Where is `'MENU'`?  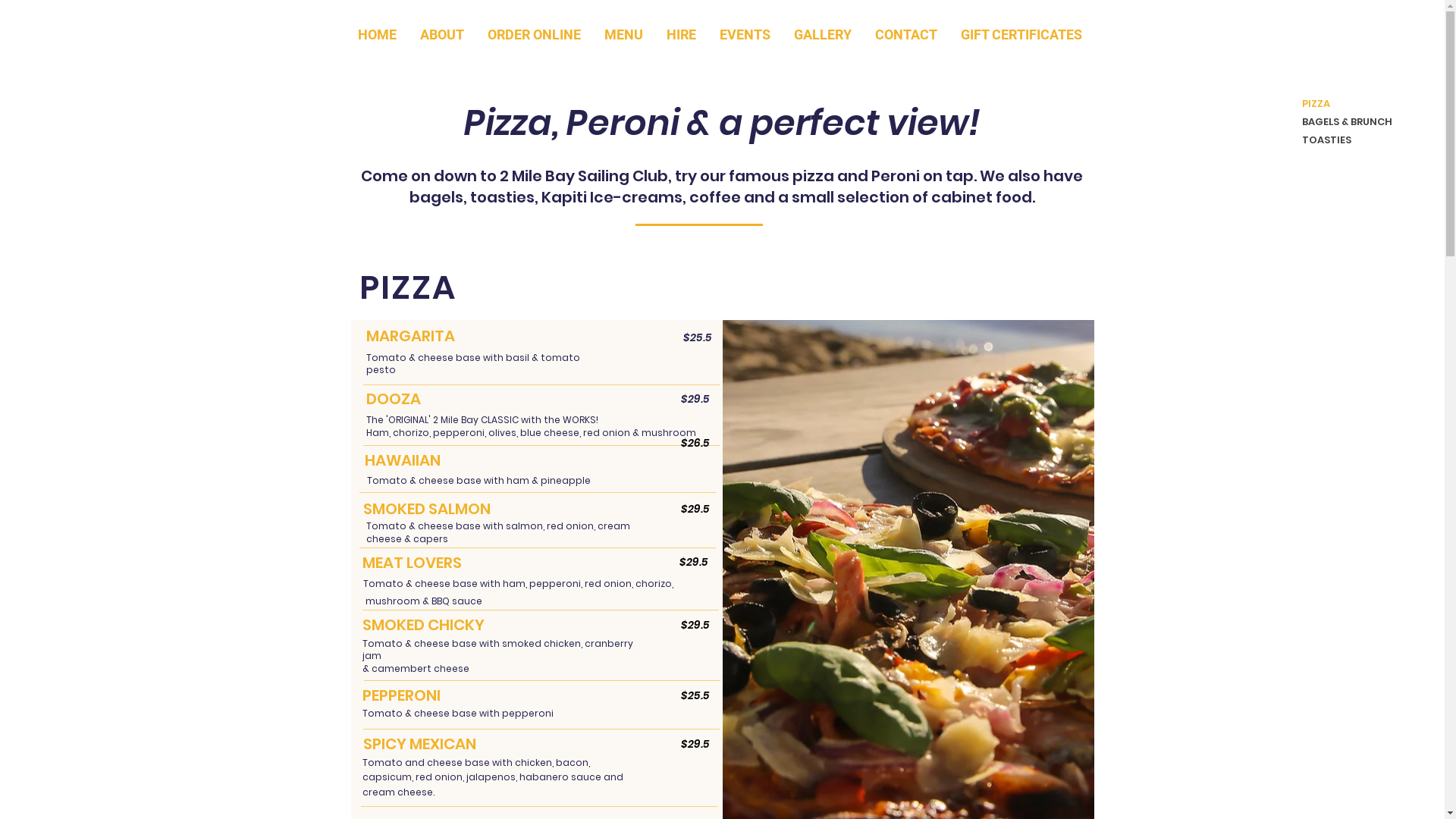 'MENU' is located at coordinates (623, 34).